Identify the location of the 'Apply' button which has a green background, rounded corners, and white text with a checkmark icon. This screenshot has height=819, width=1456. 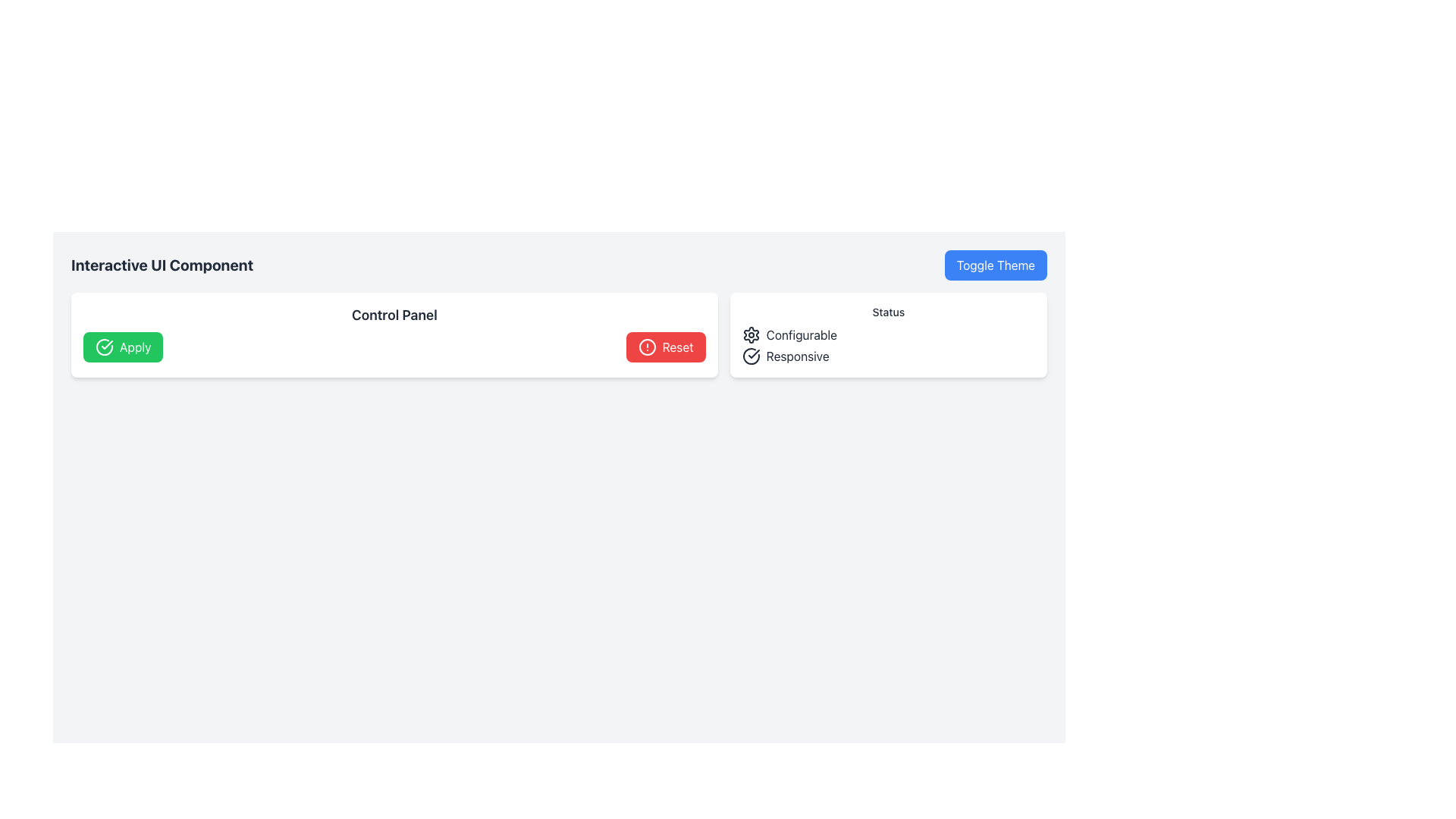
(123, 347).